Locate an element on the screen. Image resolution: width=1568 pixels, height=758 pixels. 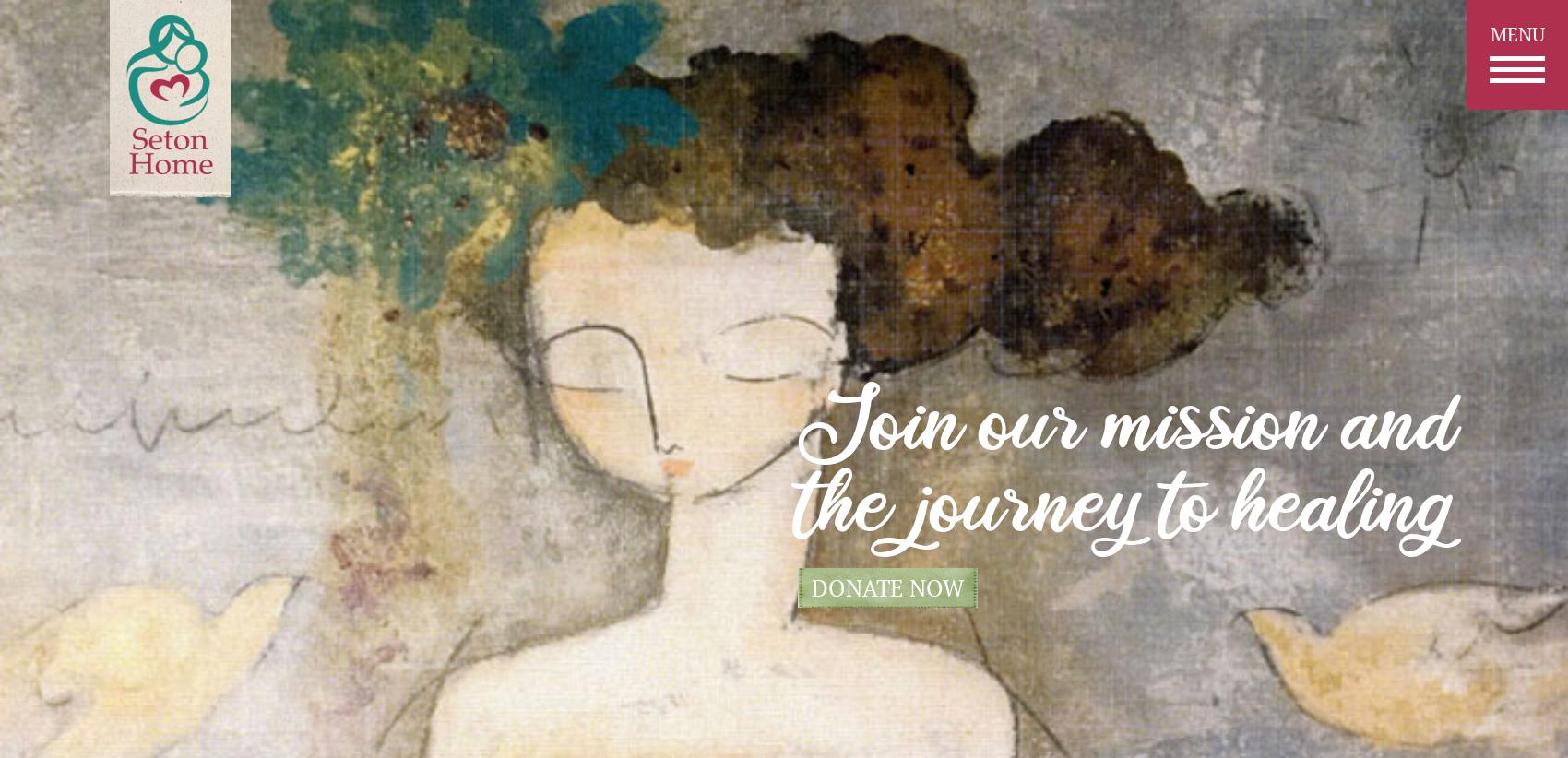
'Leadership' is located at coordinates (784, 378).